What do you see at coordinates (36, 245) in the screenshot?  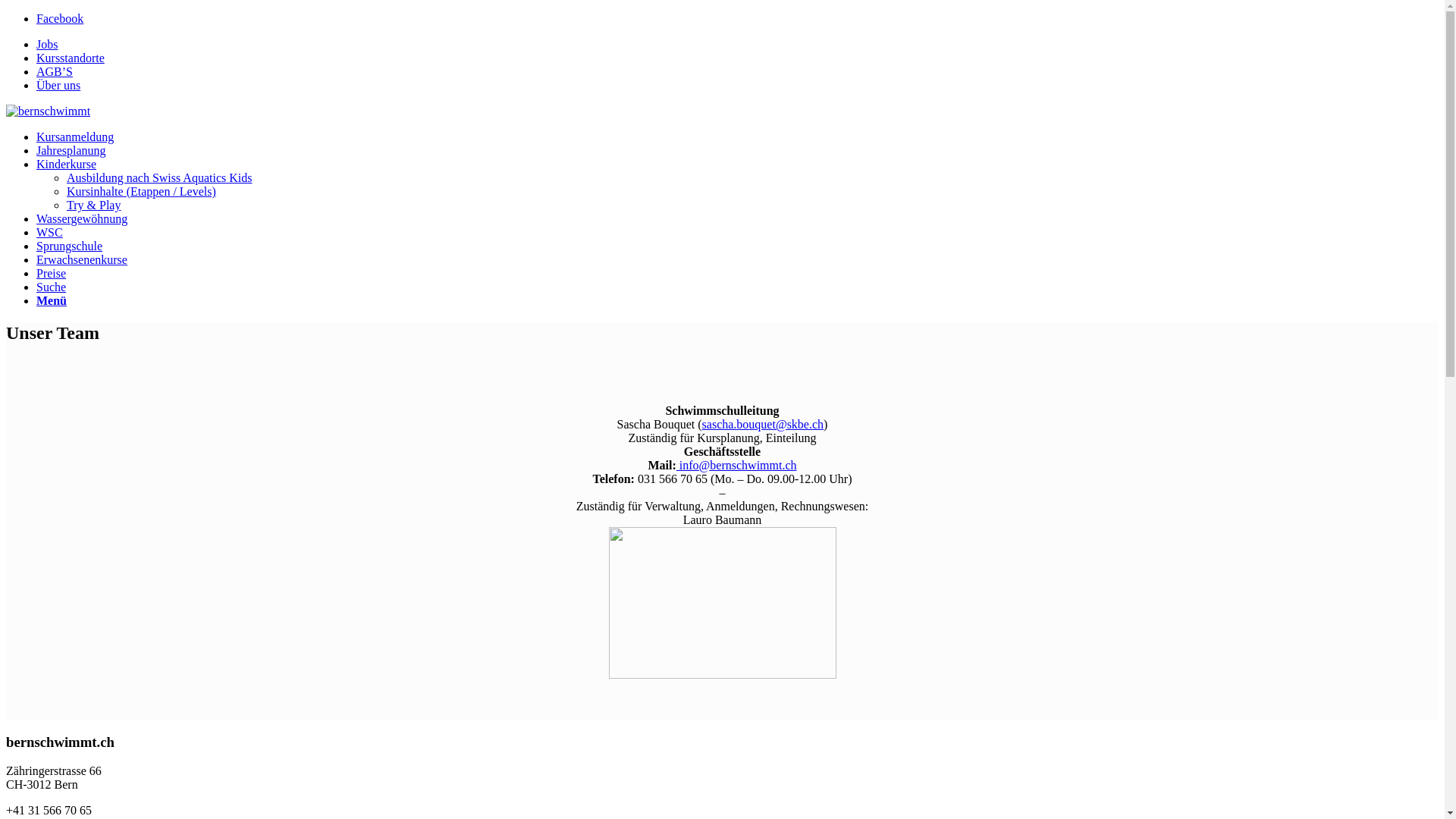 I see `'Sprungschule'` at bounding box center [36, 245].